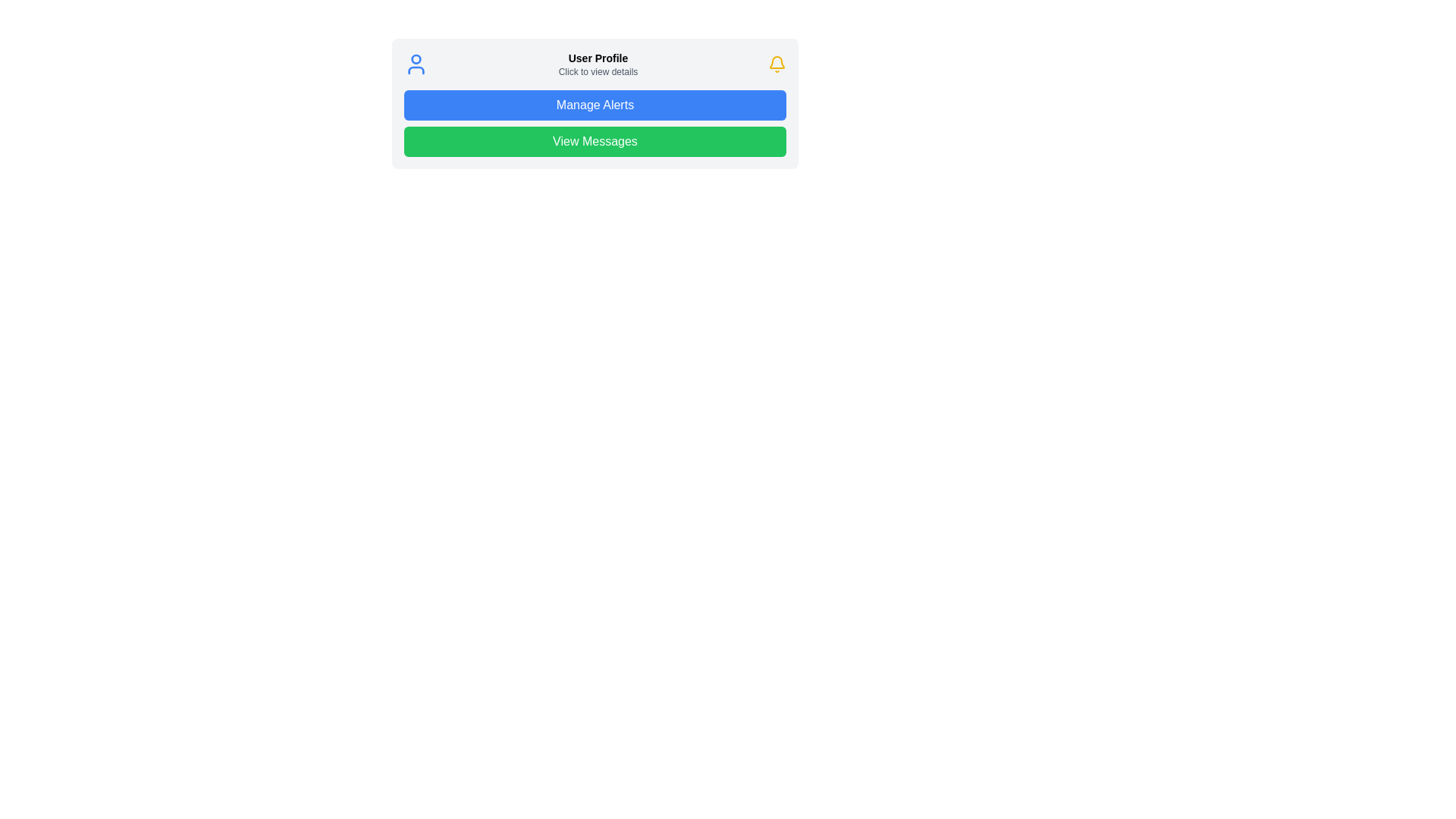  Describe the element at coordinates (595, 141) in the screenshot. I see `the button designed to allow the user` at that location.